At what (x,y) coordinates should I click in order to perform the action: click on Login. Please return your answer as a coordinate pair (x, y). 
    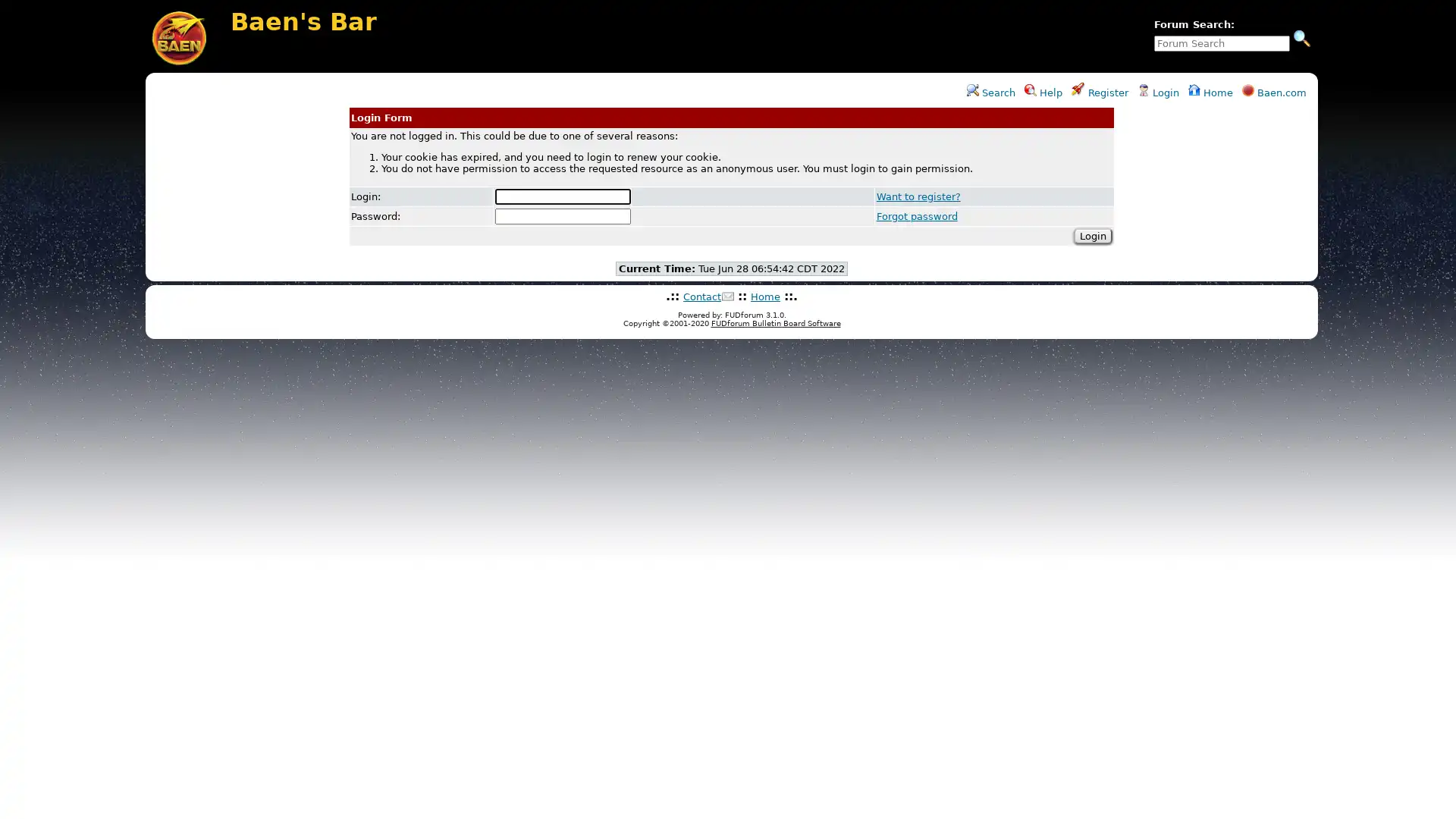
    Looking at the image, I should click on (1092, 235).